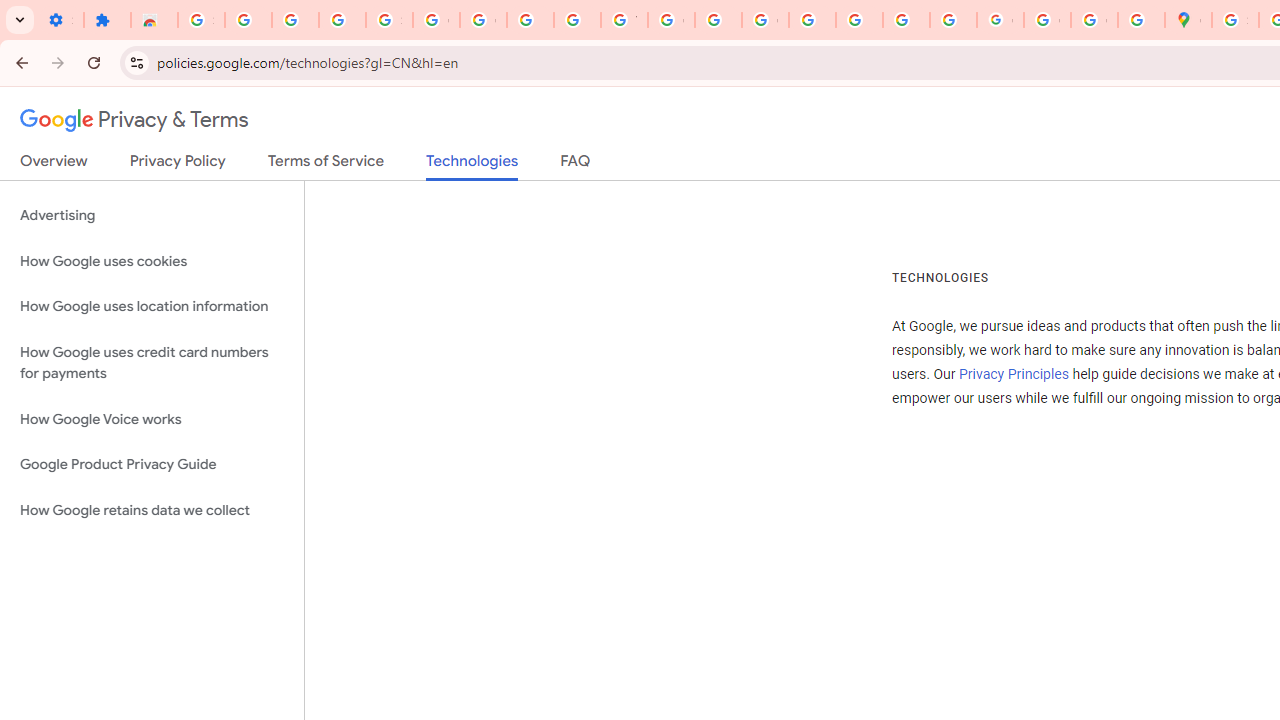 Image resolution: width=1280 pixels, height=720 pixels. Describe the element at coordinates (294, 20) in the screenshot. I see `'Learn how to find your photos - Google Photos Help'` at that location.